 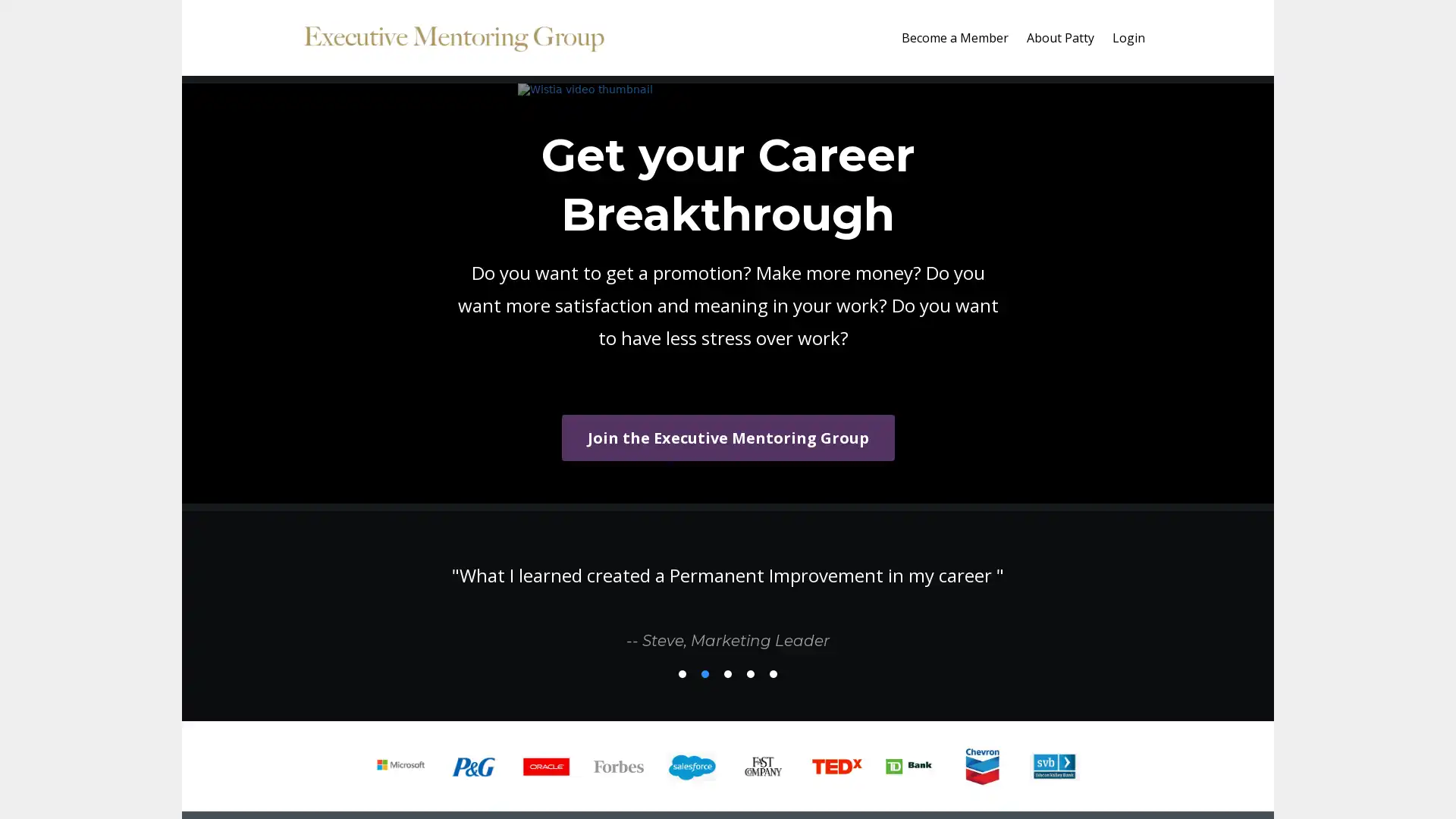 What do you see at coordinates (773, 672) in the screenshot?
I see `5` at bounding box center [773, 672].